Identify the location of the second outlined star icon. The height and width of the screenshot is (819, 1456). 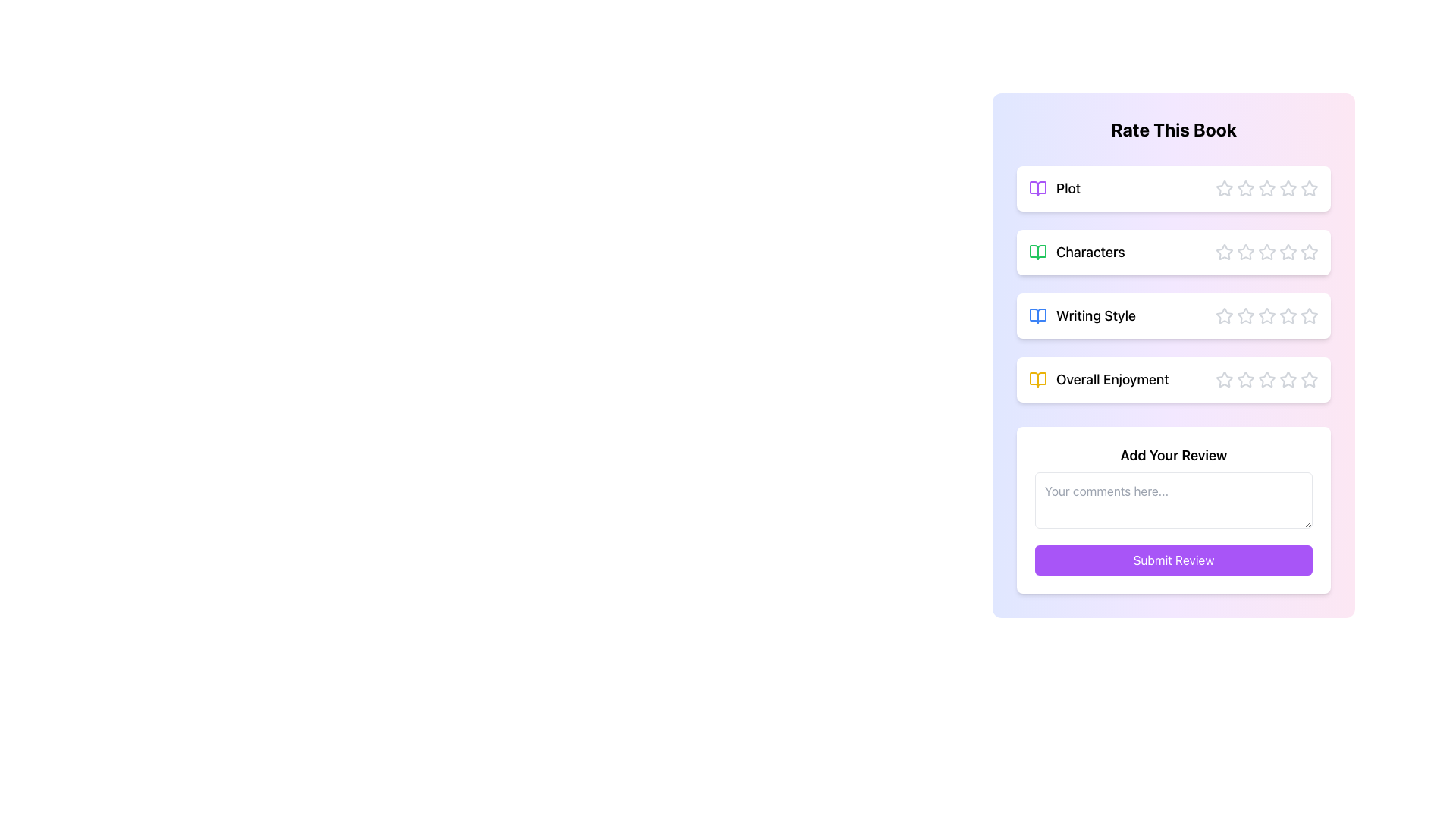
(1245, 188).